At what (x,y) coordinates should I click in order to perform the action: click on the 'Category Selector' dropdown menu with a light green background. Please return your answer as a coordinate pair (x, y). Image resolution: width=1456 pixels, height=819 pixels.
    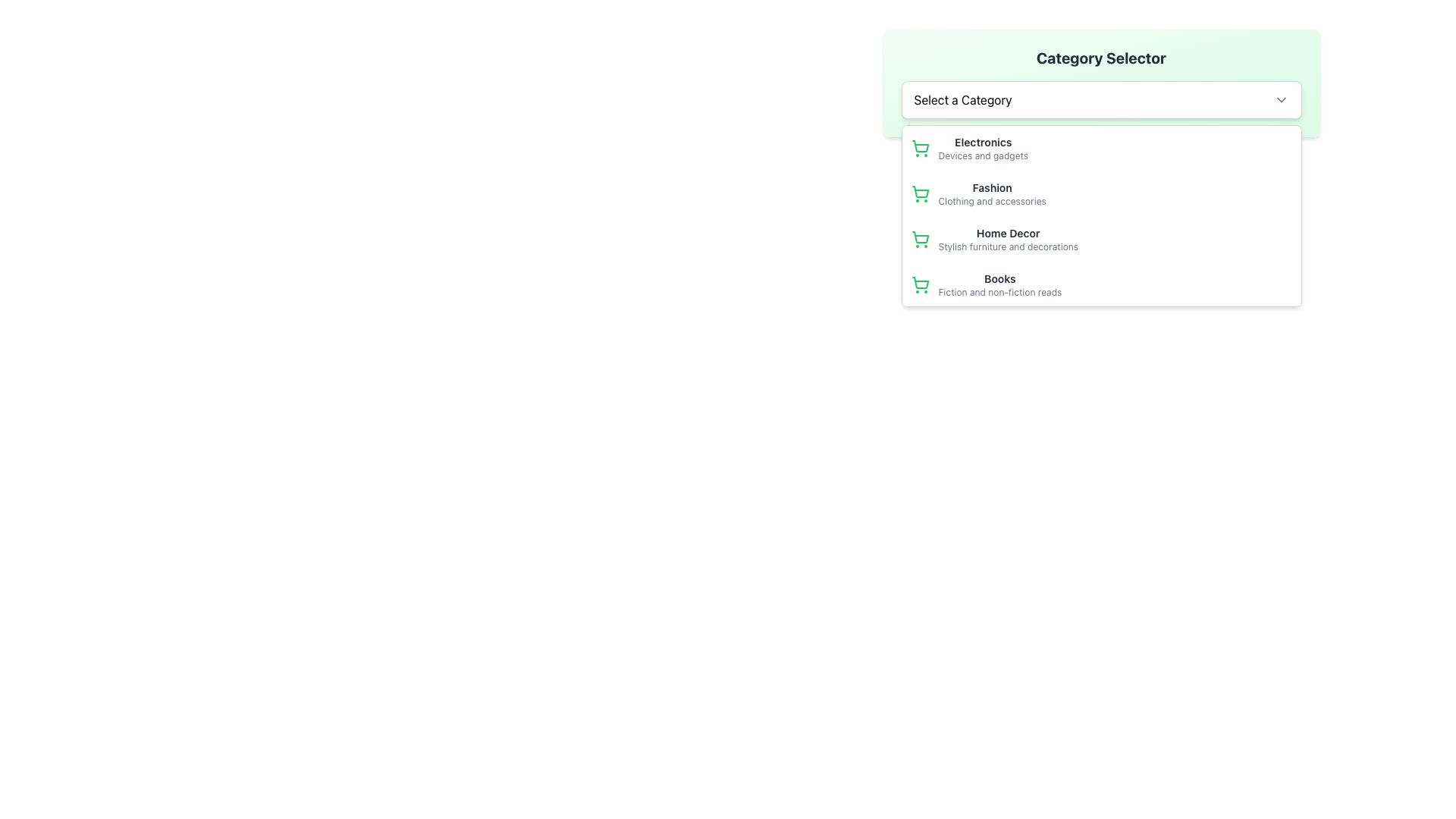
    Looking at the image, I should click on (1101, 83).